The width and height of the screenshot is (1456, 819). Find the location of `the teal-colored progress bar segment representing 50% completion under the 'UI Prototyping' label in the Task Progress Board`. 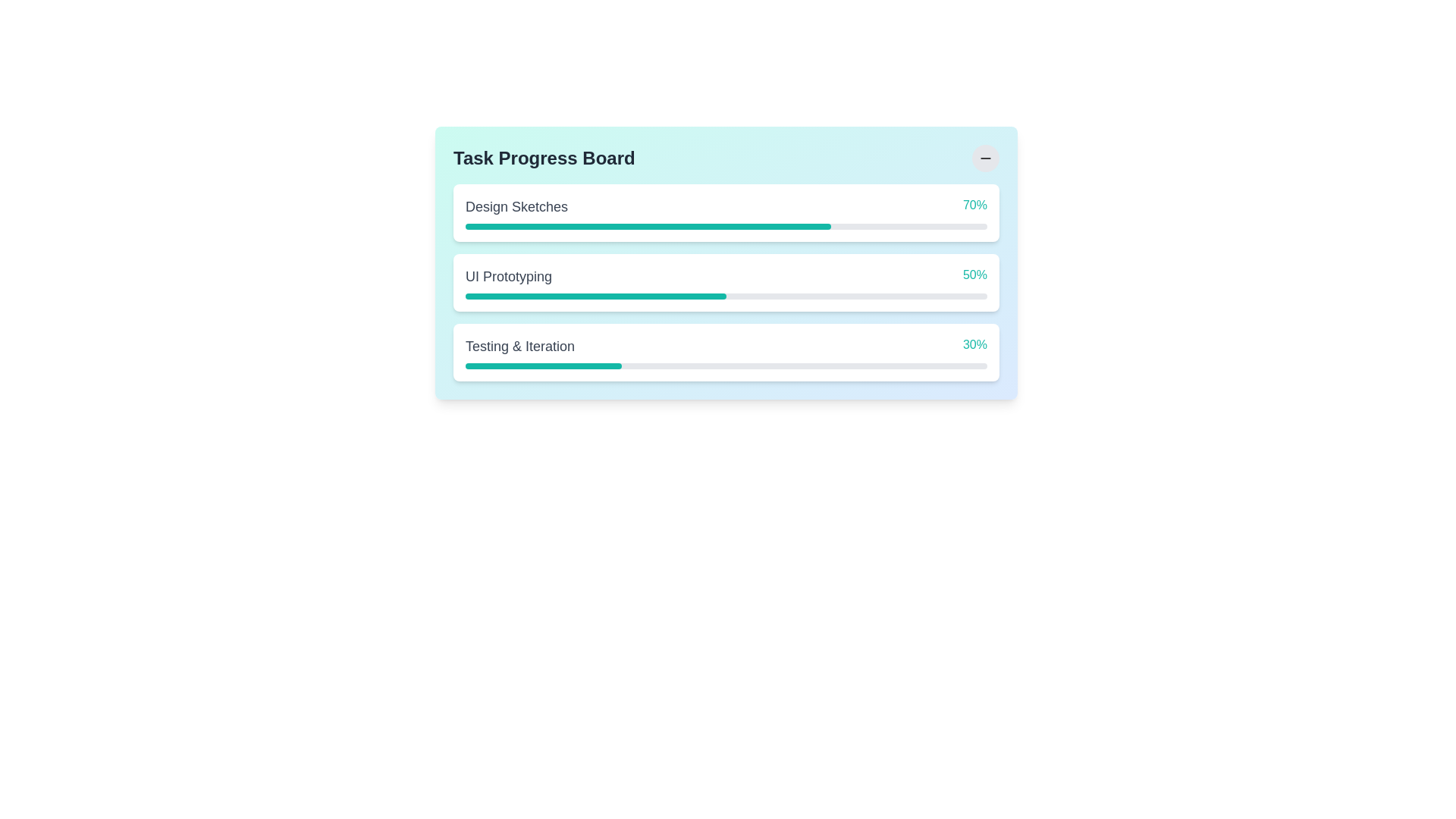

the teal-colored progress bar segment representing 50% completion under the 'UI Prototyping' label in the Task Progress Board is located at coordinates (595, 296).